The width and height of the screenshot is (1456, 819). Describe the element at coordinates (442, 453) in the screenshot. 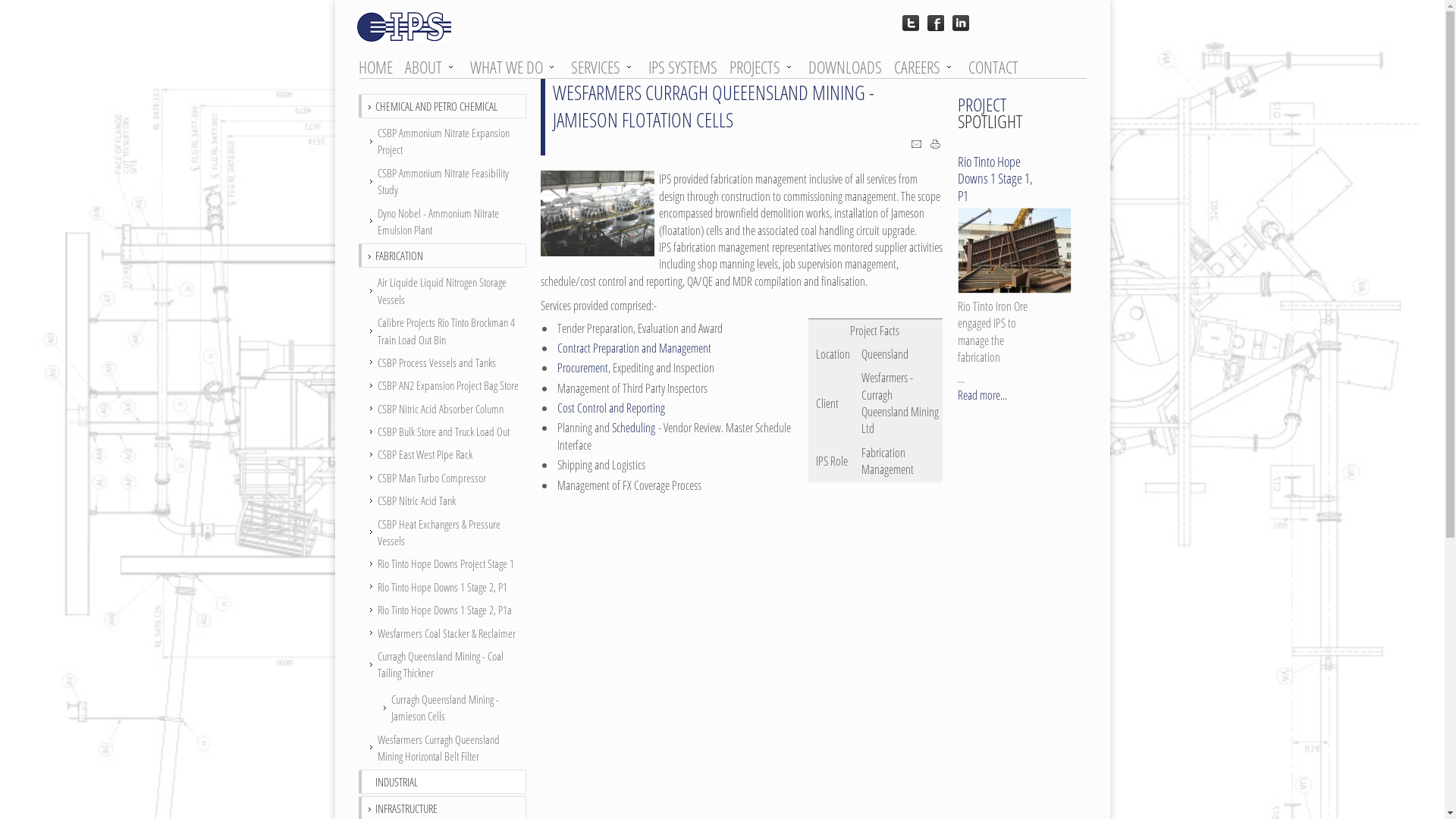

I see `'CSBP East West Pipe Rack'` at that location.